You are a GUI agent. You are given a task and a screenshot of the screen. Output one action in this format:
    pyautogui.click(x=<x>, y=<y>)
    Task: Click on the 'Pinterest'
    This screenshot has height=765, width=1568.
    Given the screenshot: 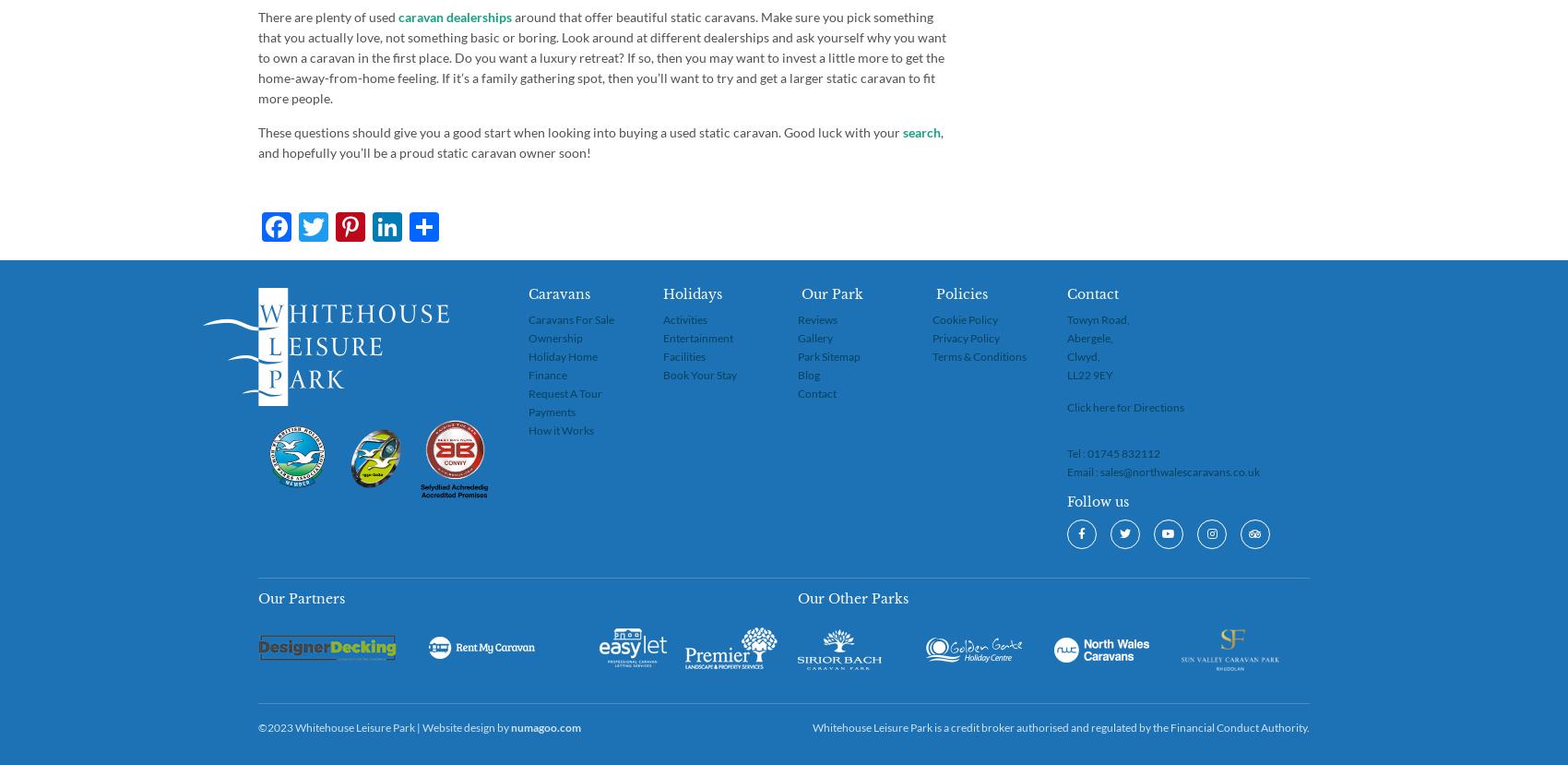 What is the action you would take?
    pyautogui.click(x=426, y=226)
    